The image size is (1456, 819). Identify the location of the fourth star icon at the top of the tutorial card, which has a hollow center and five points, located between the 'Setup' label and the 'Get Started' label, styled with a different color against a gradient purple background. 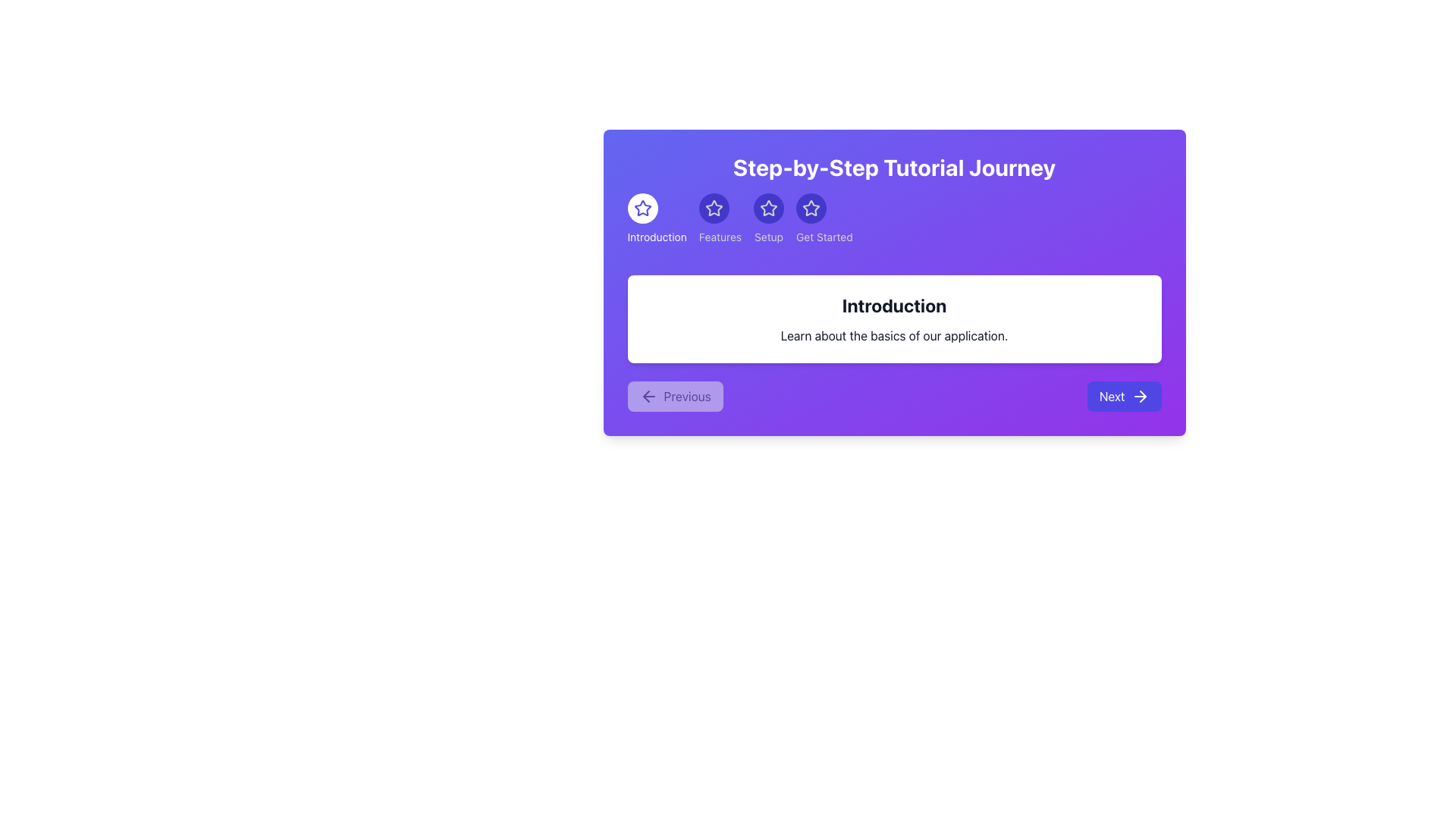
(811, 208).